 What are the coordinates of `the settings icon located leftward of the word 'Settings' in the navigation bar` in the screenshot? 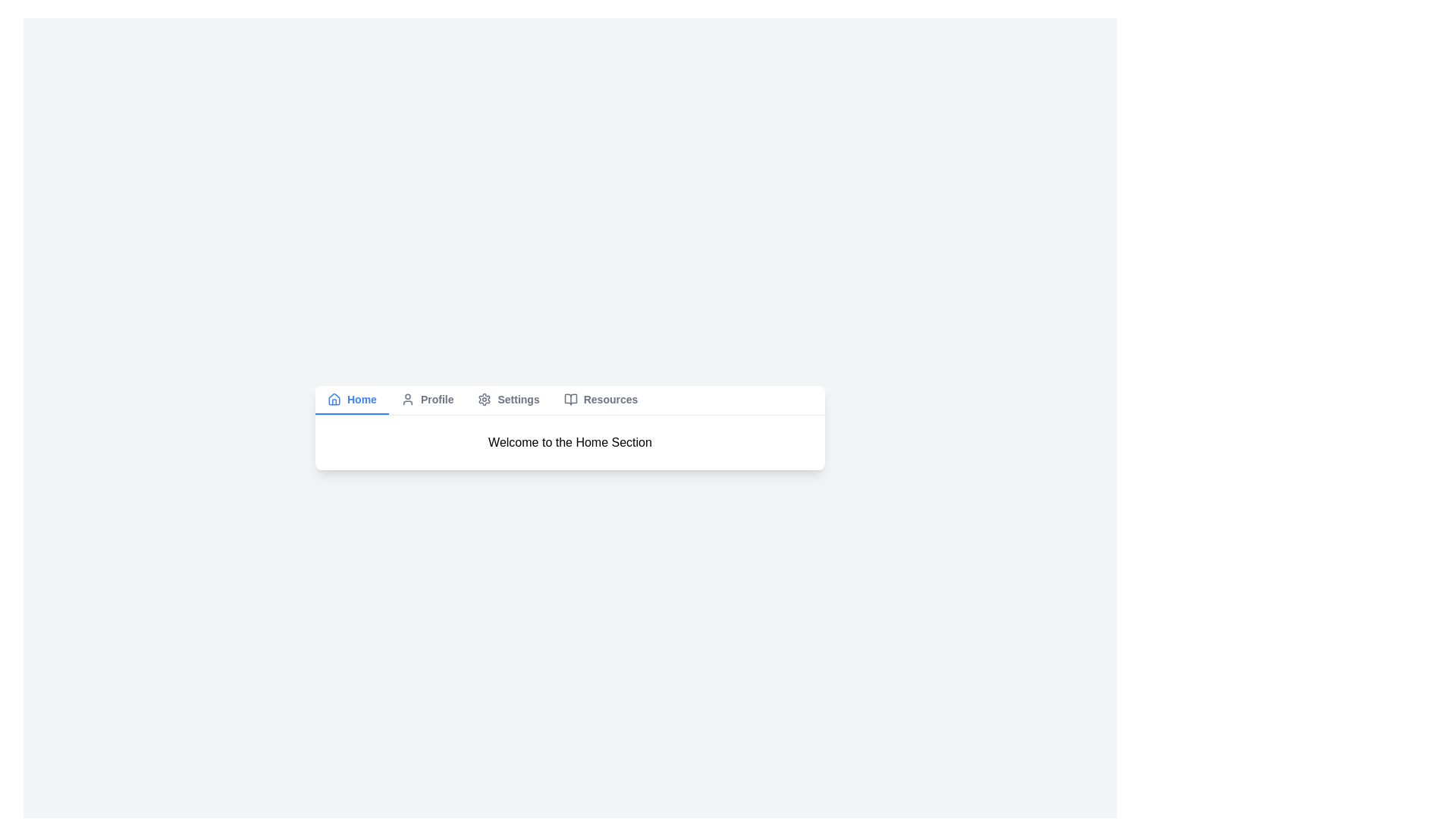 It's located at (484, 398).